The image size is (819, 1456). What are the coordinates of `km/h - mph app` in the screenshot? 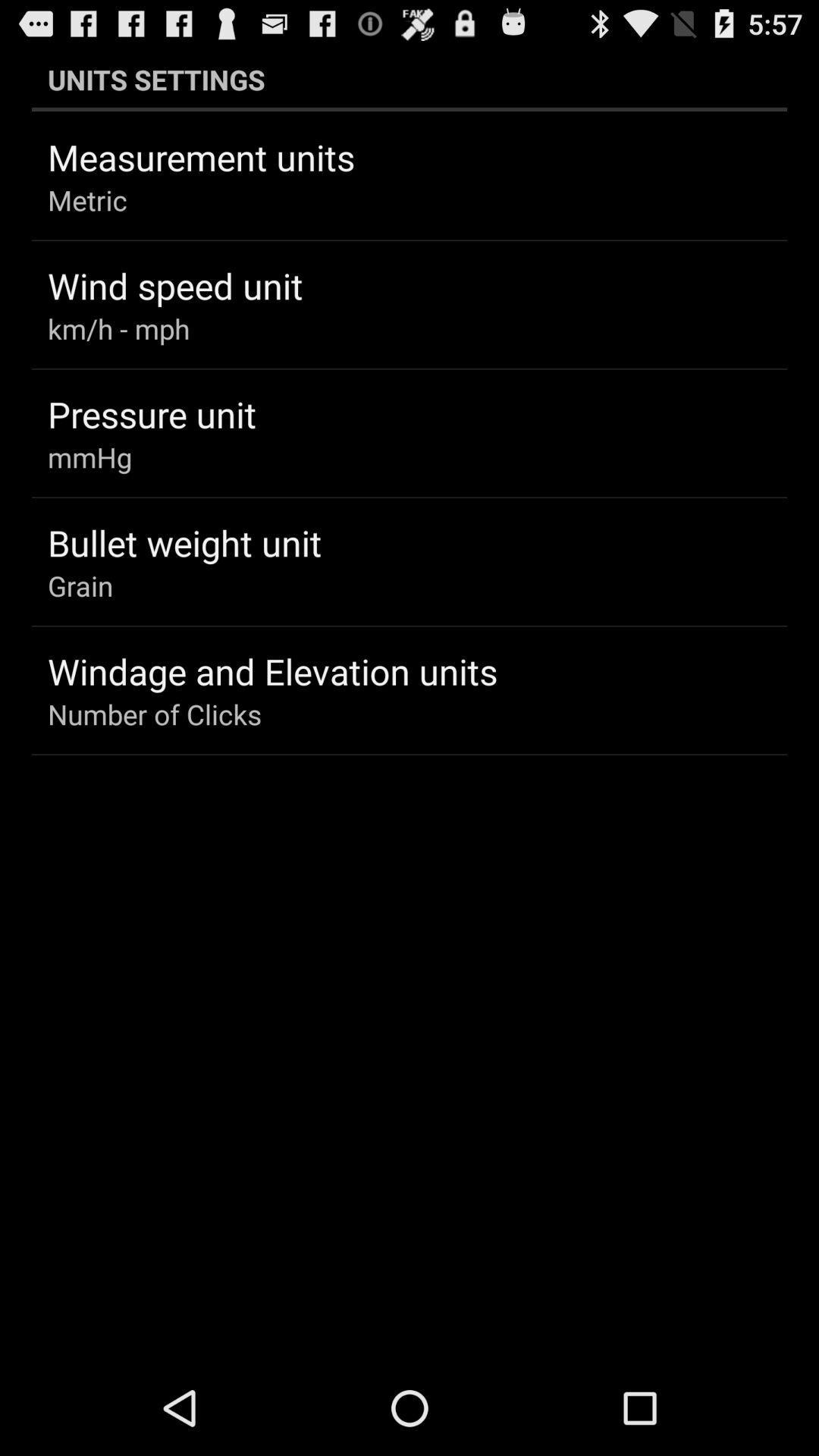 It's located at (118, 328).